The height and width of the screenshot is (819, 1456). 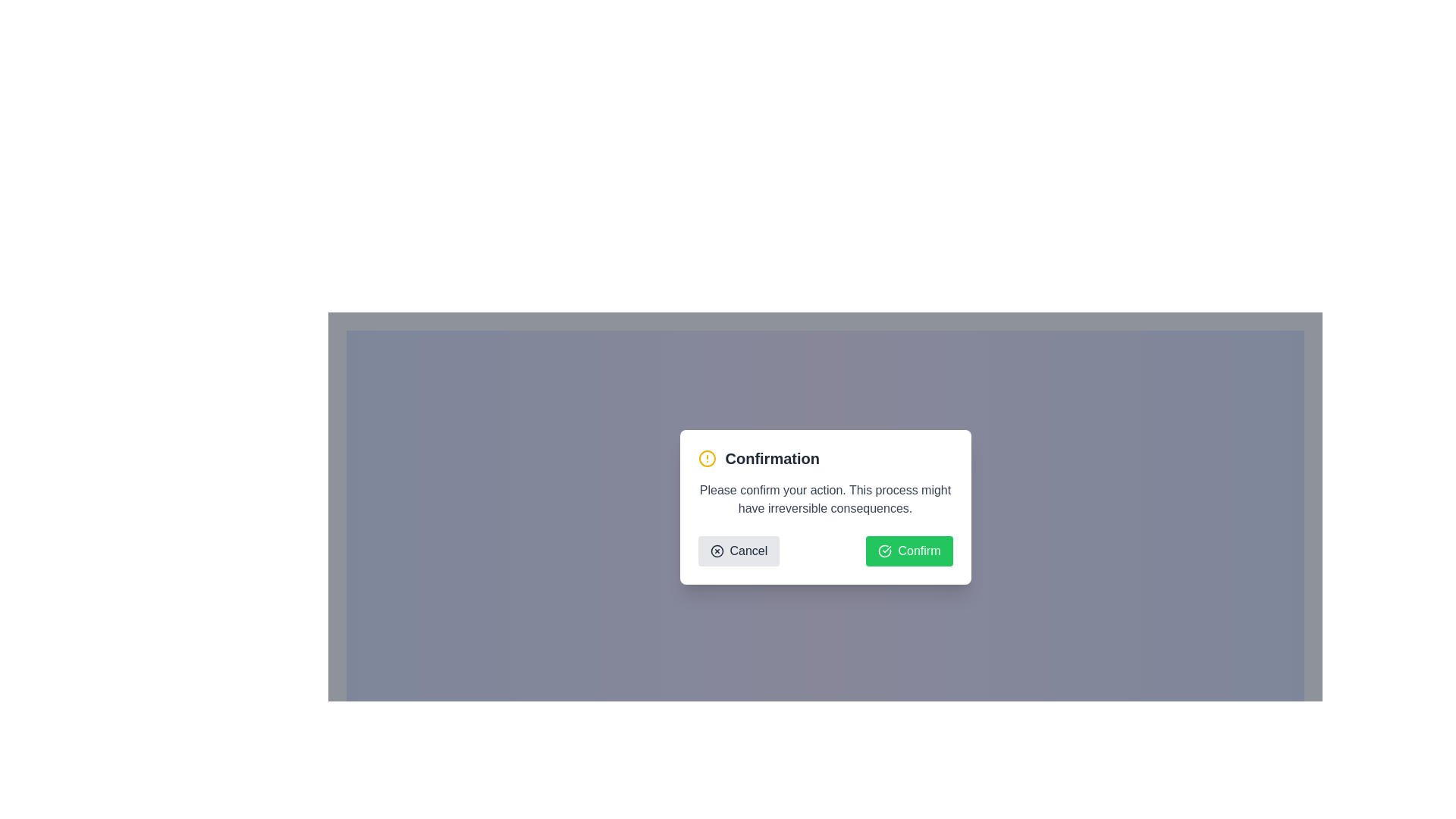 What do you see at coordinates (716, 551) in the screenshot?
I see `the circular icon with an 'X' mark inside it, which is positioned directly left of the 'Cancel' text within the button` at bounding box center [716, 551].